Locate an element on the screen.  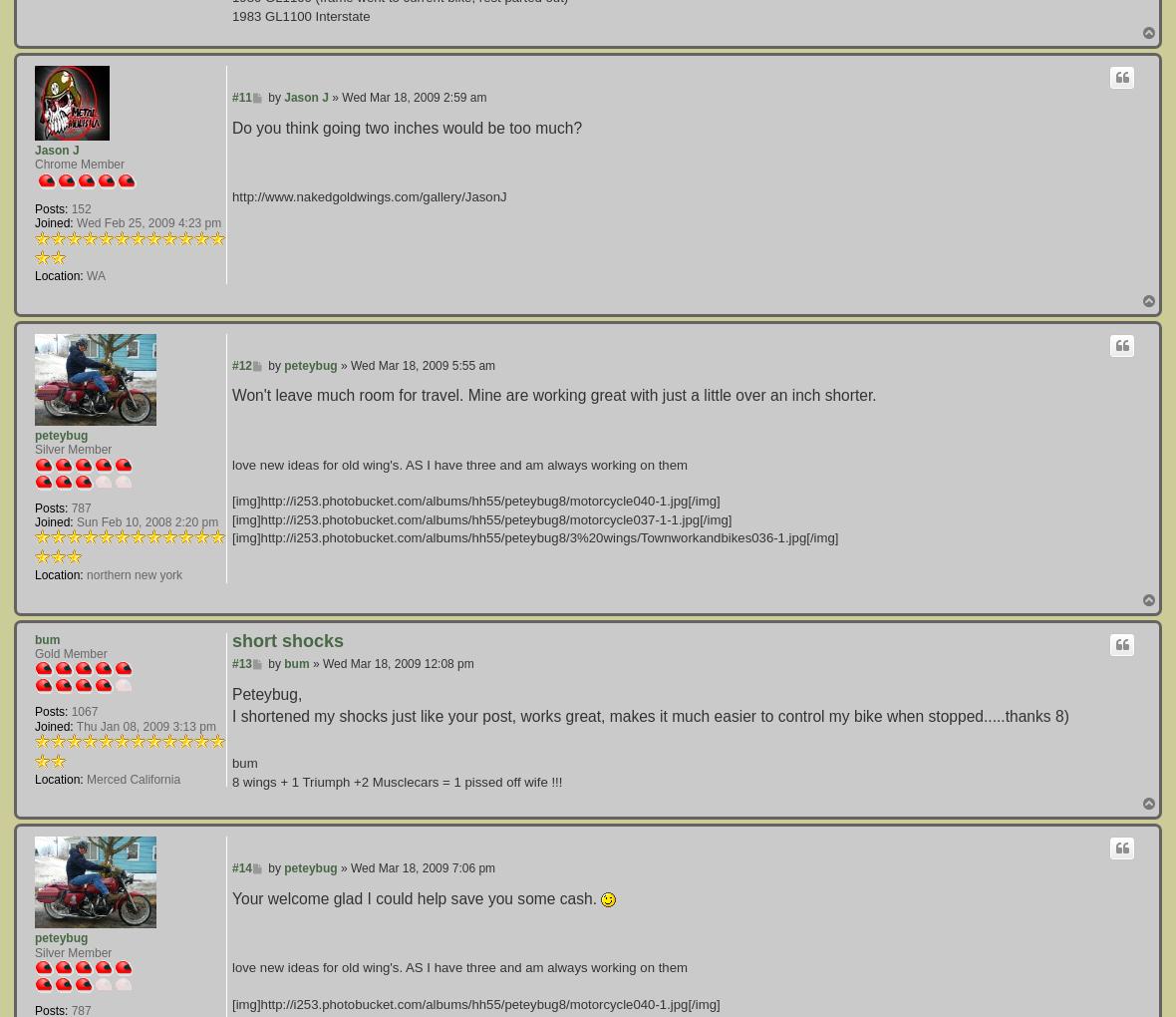
'[img]http://i253.photobucket.com/albums/hh55/peteybug8/motorcycle040-1.jpg[/img][img]http://i253.photobucket.com/albums/hh55/peteybug8/motorcycle037-1-1.jpg[/img][img]http://i253.photobucket.com/albums/hh55/peteybug8/3%20wings/Townworkandbikes036-1.jpg[/img]' is located at coordinates (535, 518).